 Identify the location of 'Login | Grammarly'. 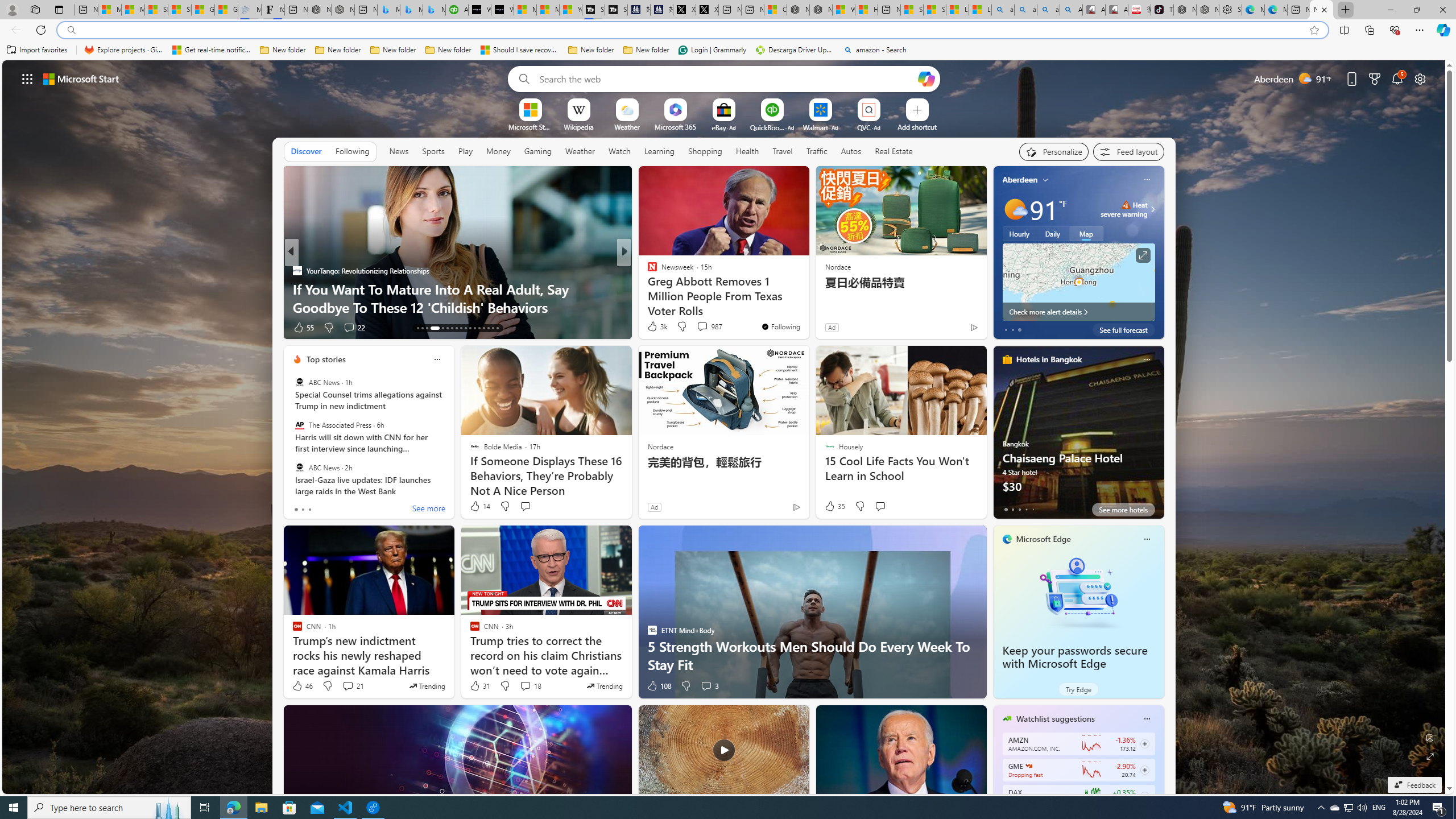
(712, 49).